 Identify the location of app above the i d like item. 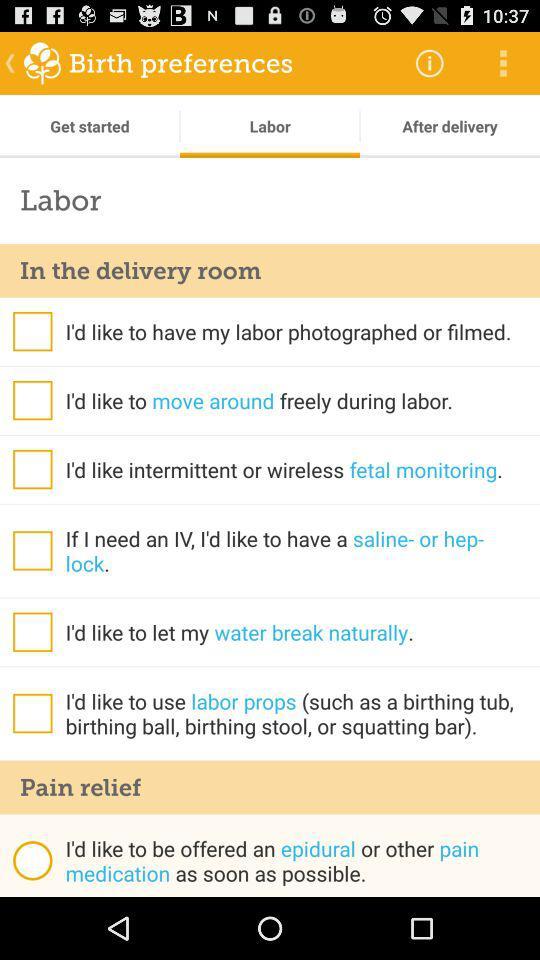
(270, 787).